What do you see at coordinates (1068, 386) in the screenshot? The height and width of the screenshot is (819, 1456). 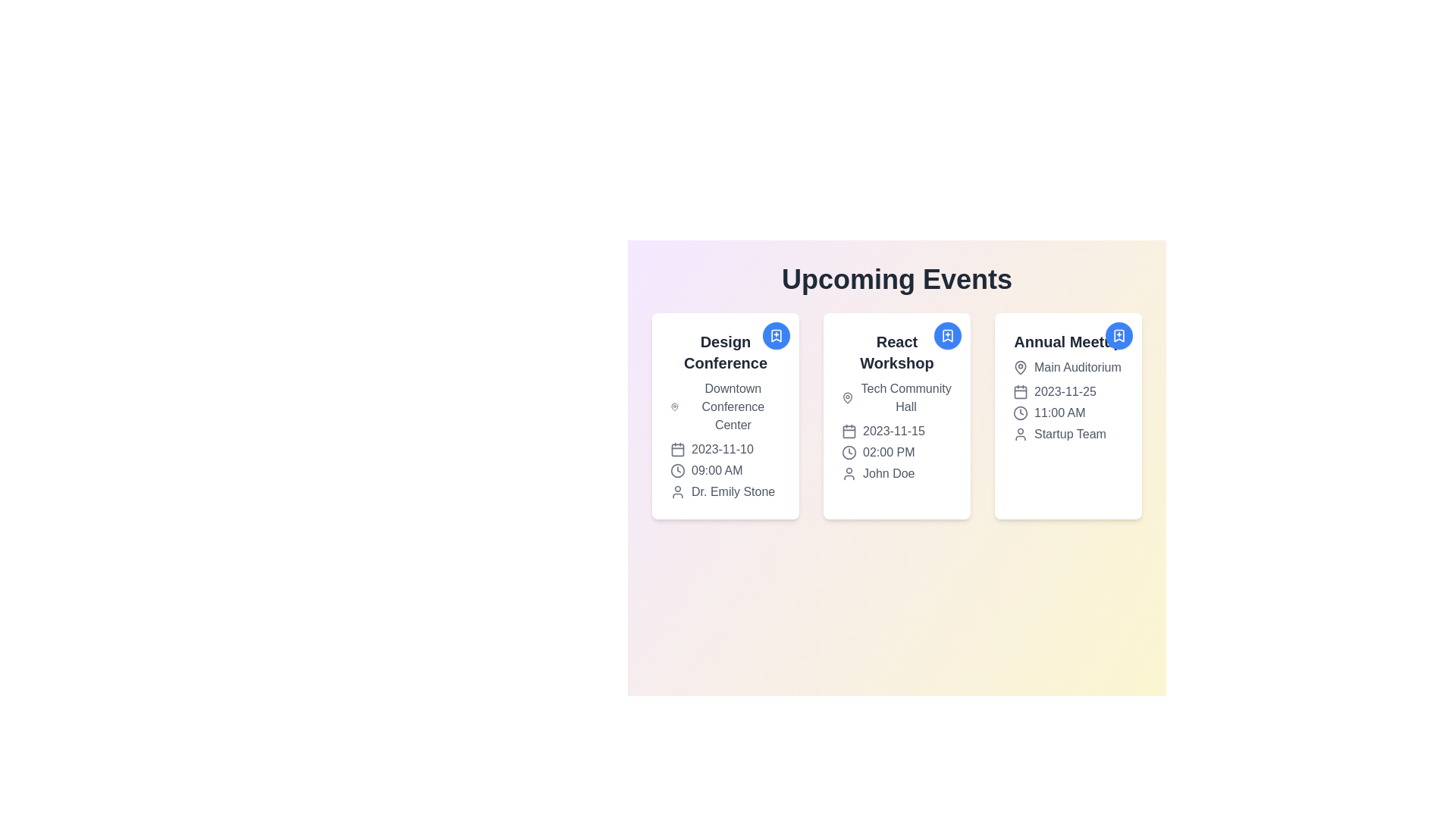 I see `the icons or text on the 'Annual Meetup' informational card located at the bottom-right of the events section, which includes details like location, date, and organizer` at bounding box center [1068, 386].